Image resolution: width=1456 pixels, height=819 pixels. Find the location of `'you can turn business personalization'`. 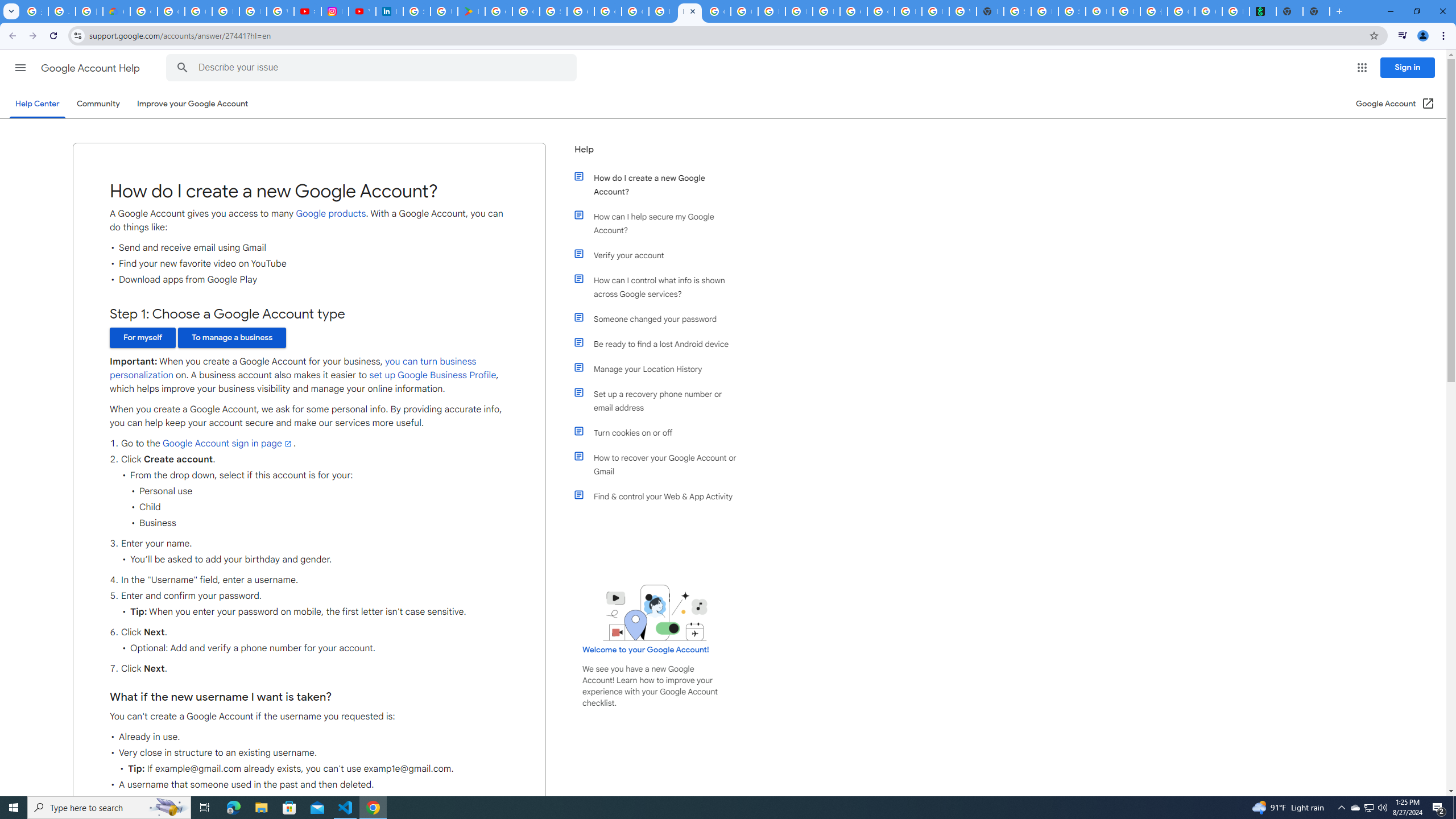

'you can turn business personalization' is located at coordinates (292, 368).